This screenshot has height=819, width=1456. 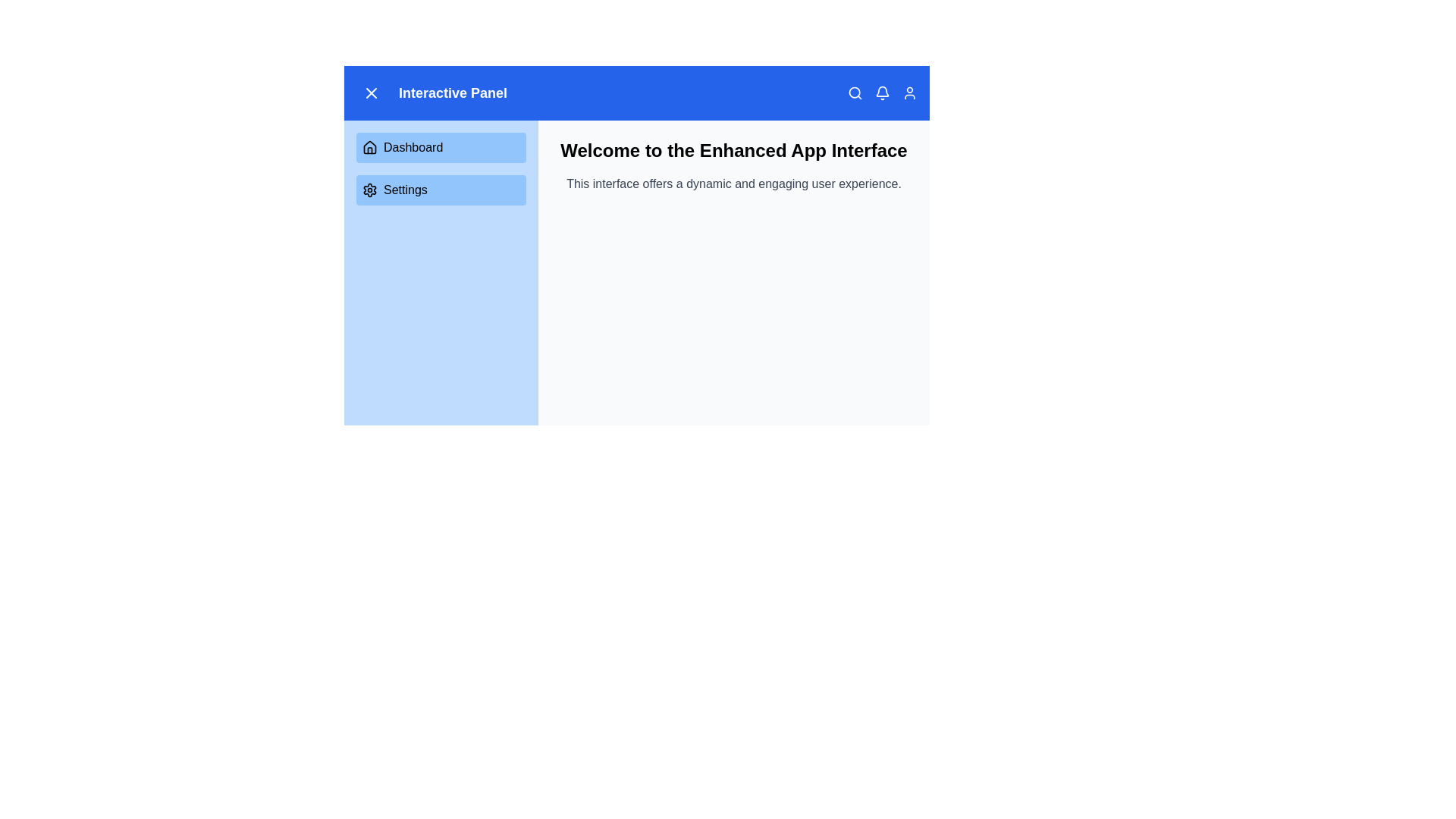 I want to click on the notification bell icon located in the top-right corner of the header, so click(x=882, y=93).